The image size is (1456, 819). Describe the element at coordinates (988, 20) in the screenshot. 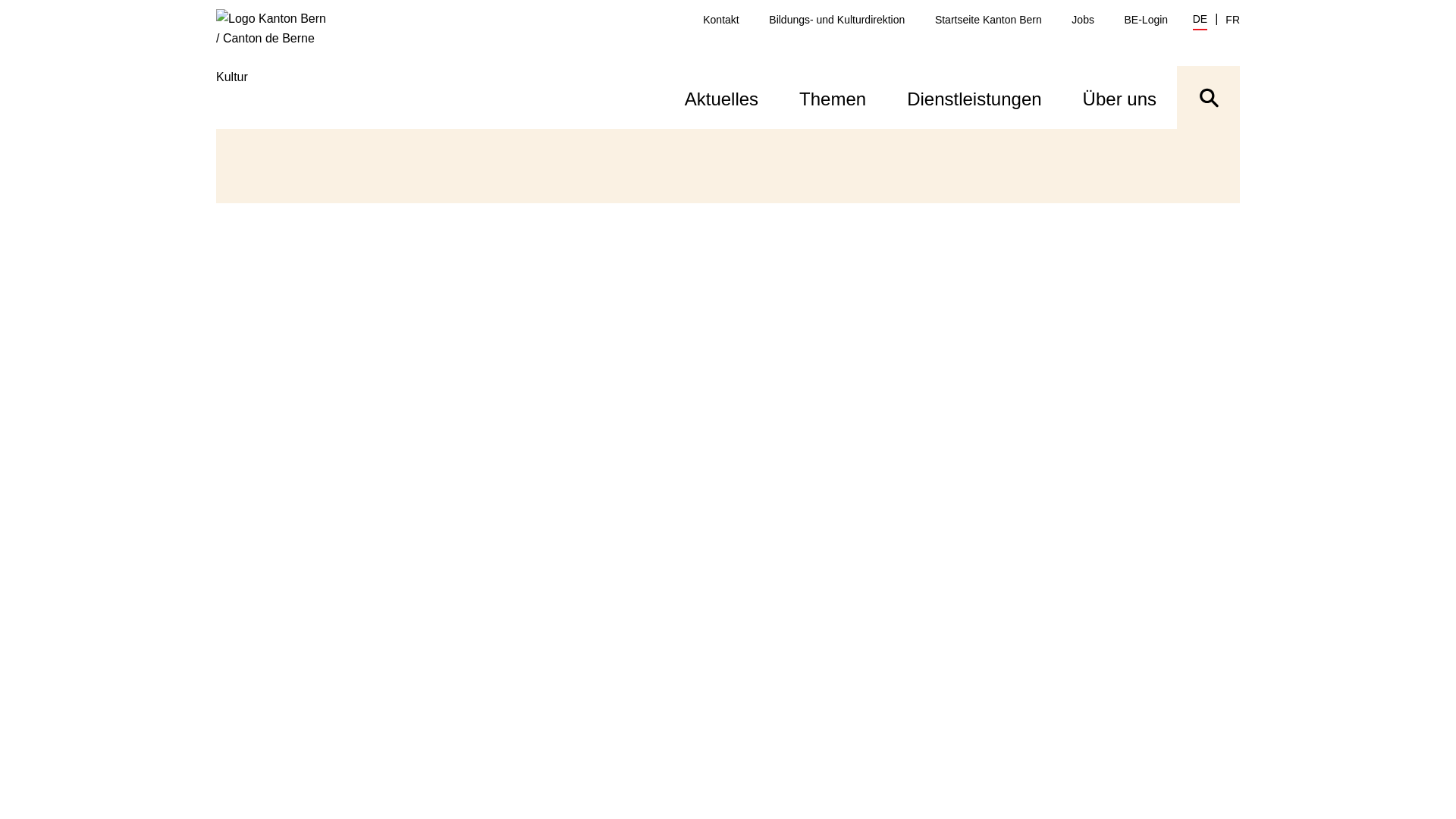

I see `'Startseite Kanton Bern'` at that location.